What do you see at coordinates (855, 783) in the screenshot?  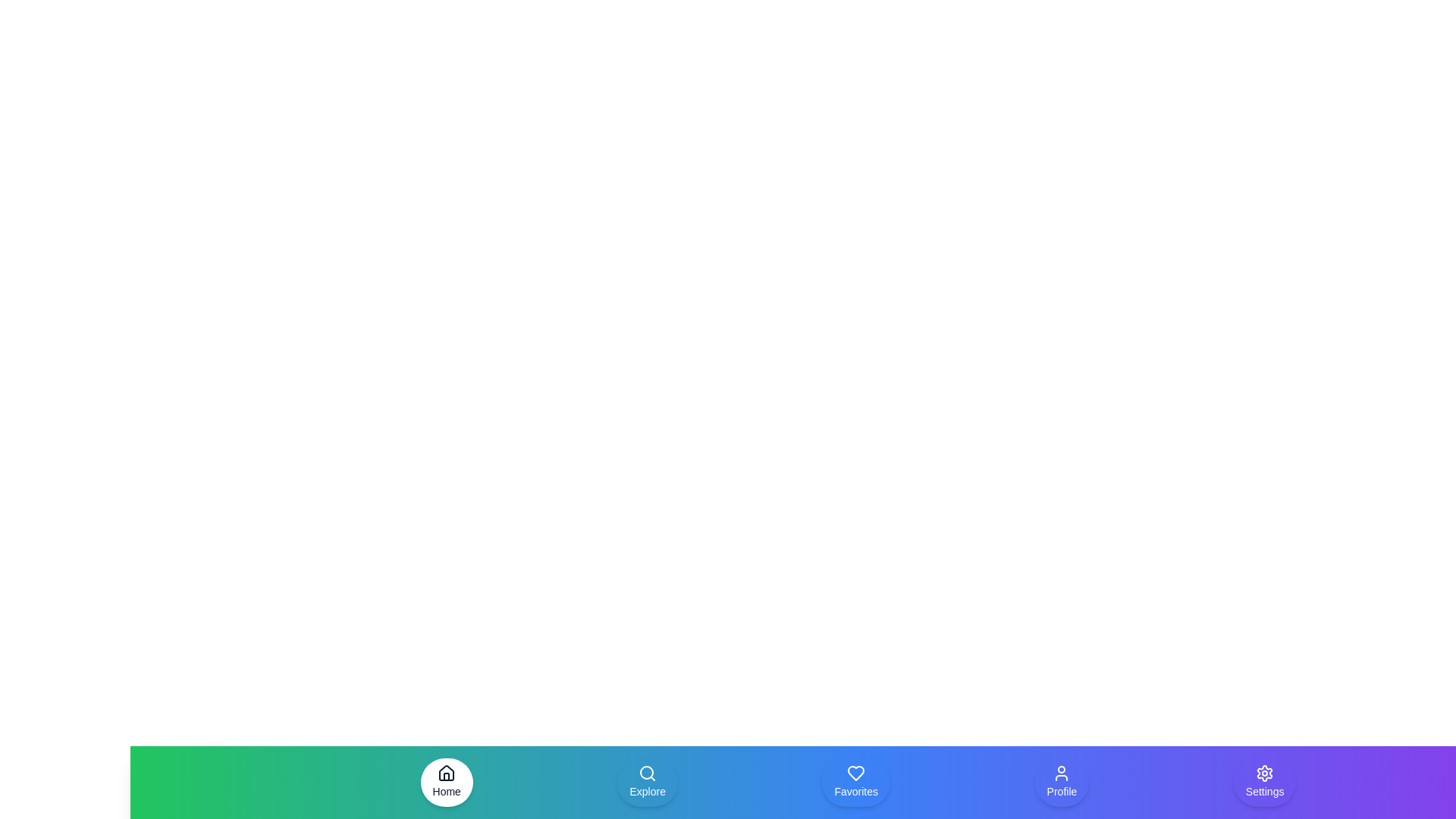 I see `the button labeled Favorites to observe its visual state change` at bounding box center [855, 783].